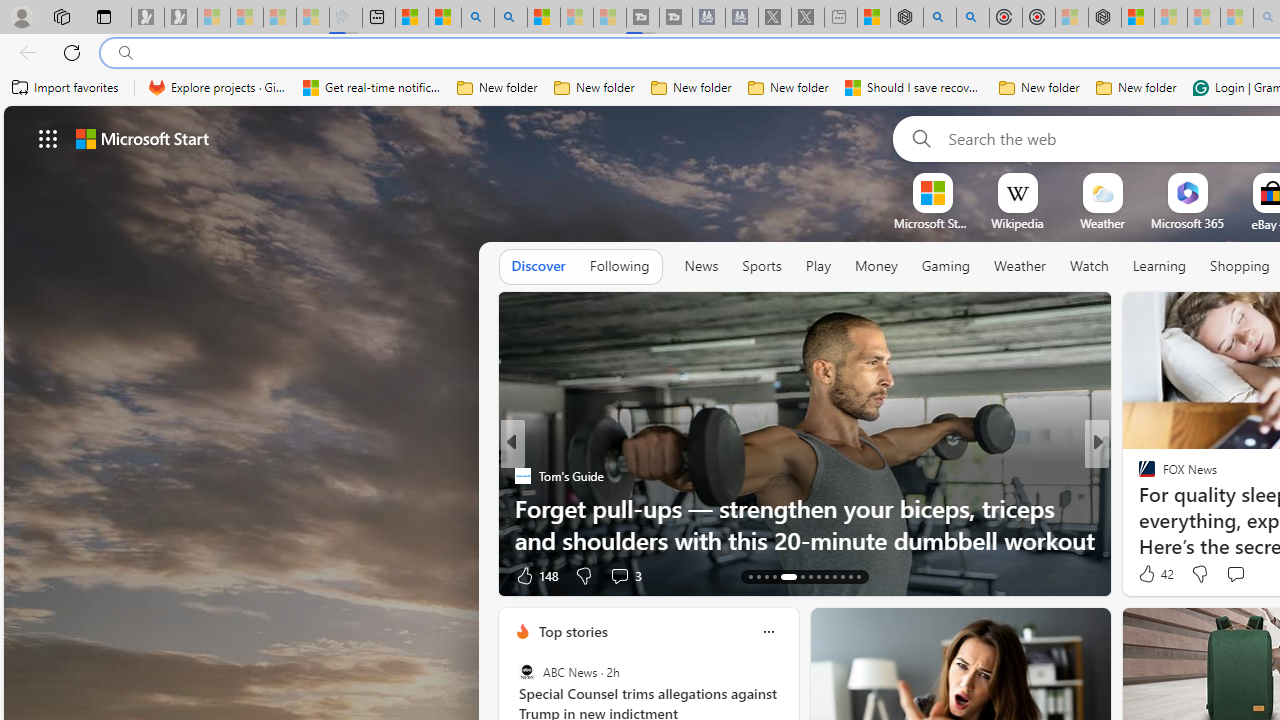 The height and width of the screenshot is (720, 1280). I want to click on 'Gaming', so click(944, 265).